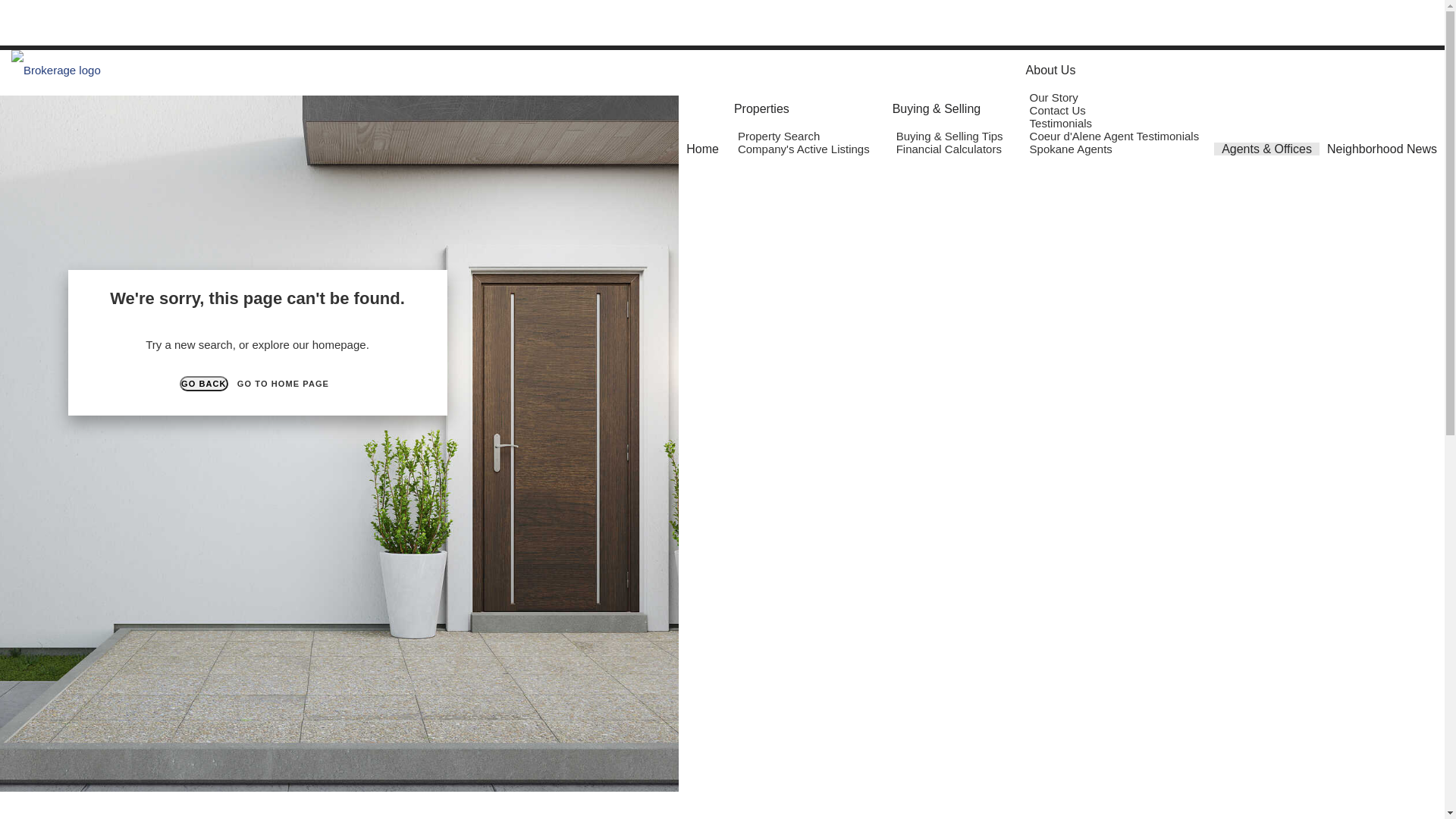 The width and height of the screenshot is (1456, 819). What do you see at coordinates (950, 135) in the screenshot?
I see `'Buying & Selling Tips'` at bounding box center [950, 135].